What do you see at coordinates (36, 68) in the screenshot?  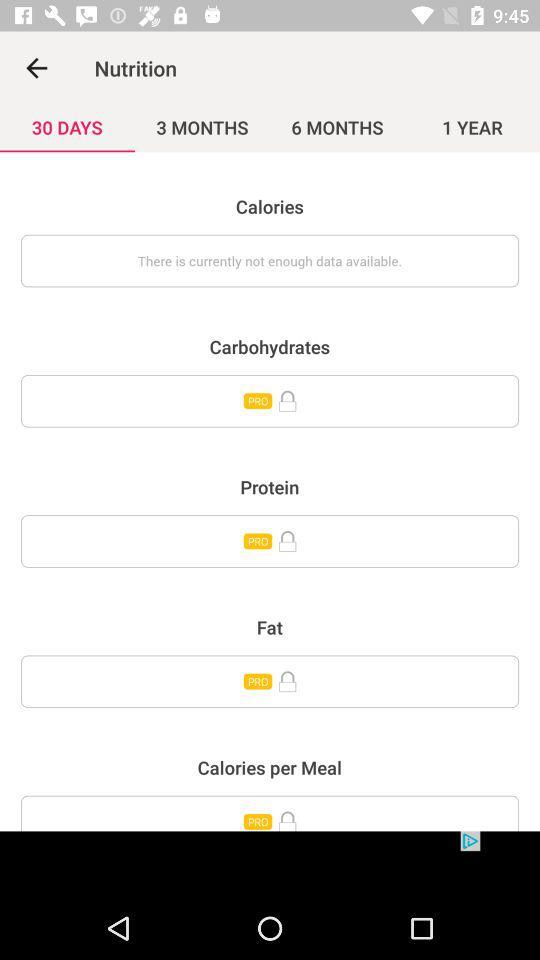 I see `icon above the 30 days` at bounding box center [36, 68].